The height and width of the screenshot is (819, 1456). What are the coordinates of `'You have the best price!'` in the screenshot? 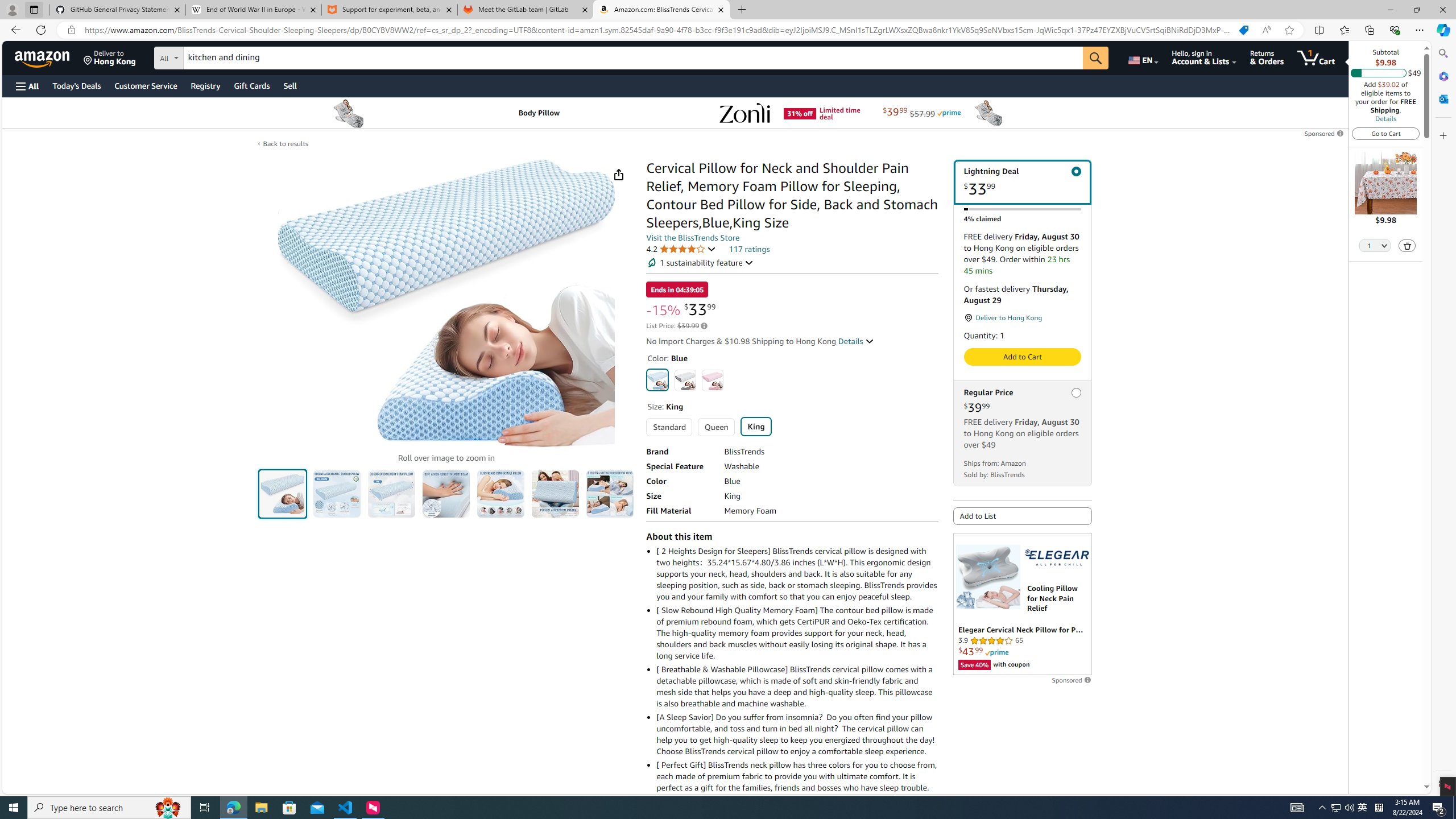 It's located at (1243, 30).